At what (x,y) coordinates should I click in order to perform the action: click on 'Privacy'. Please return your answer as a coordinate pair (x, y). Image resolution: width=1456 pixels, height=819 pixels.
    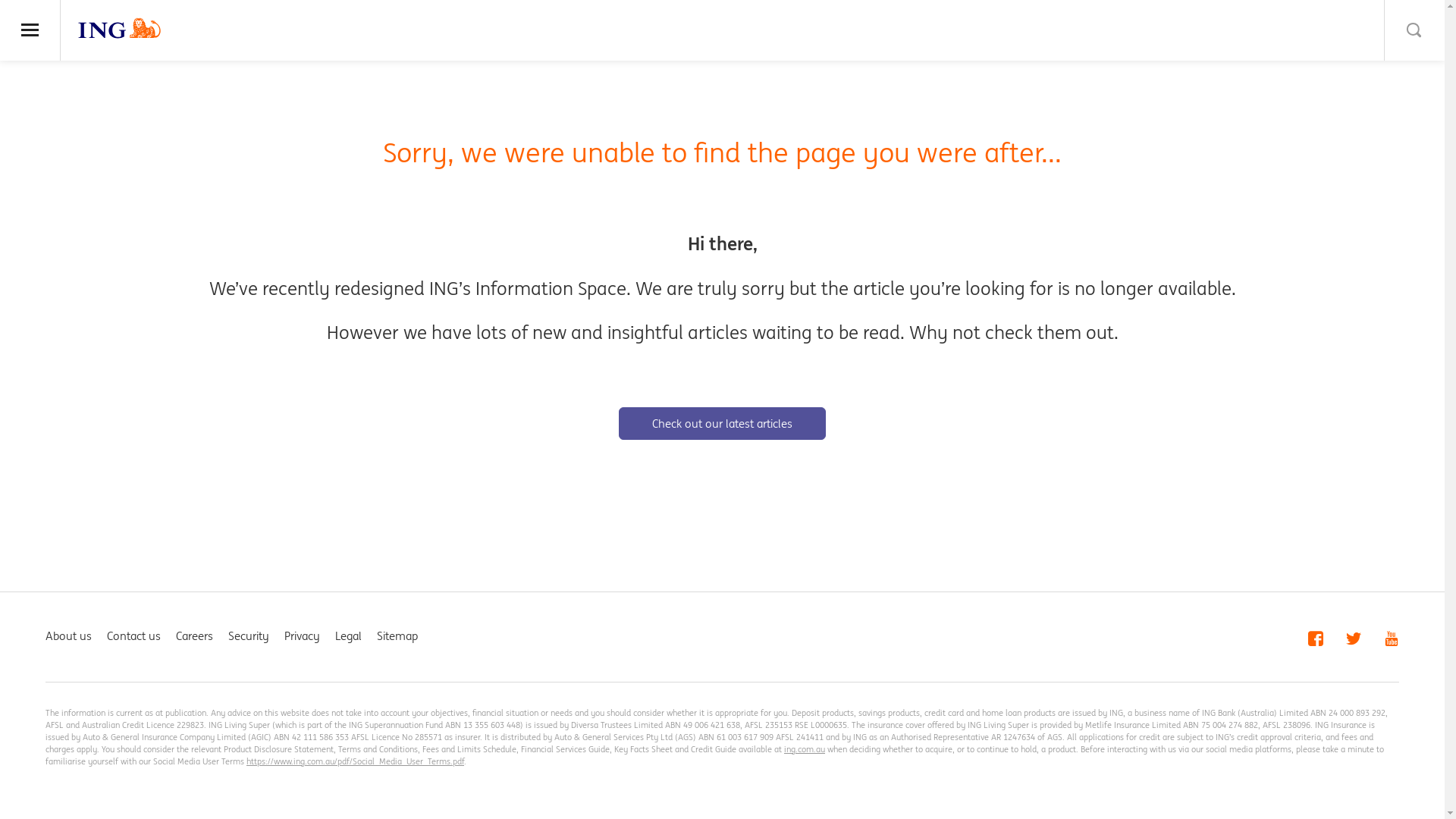
    Looking at the image, I should click on (302, 635).